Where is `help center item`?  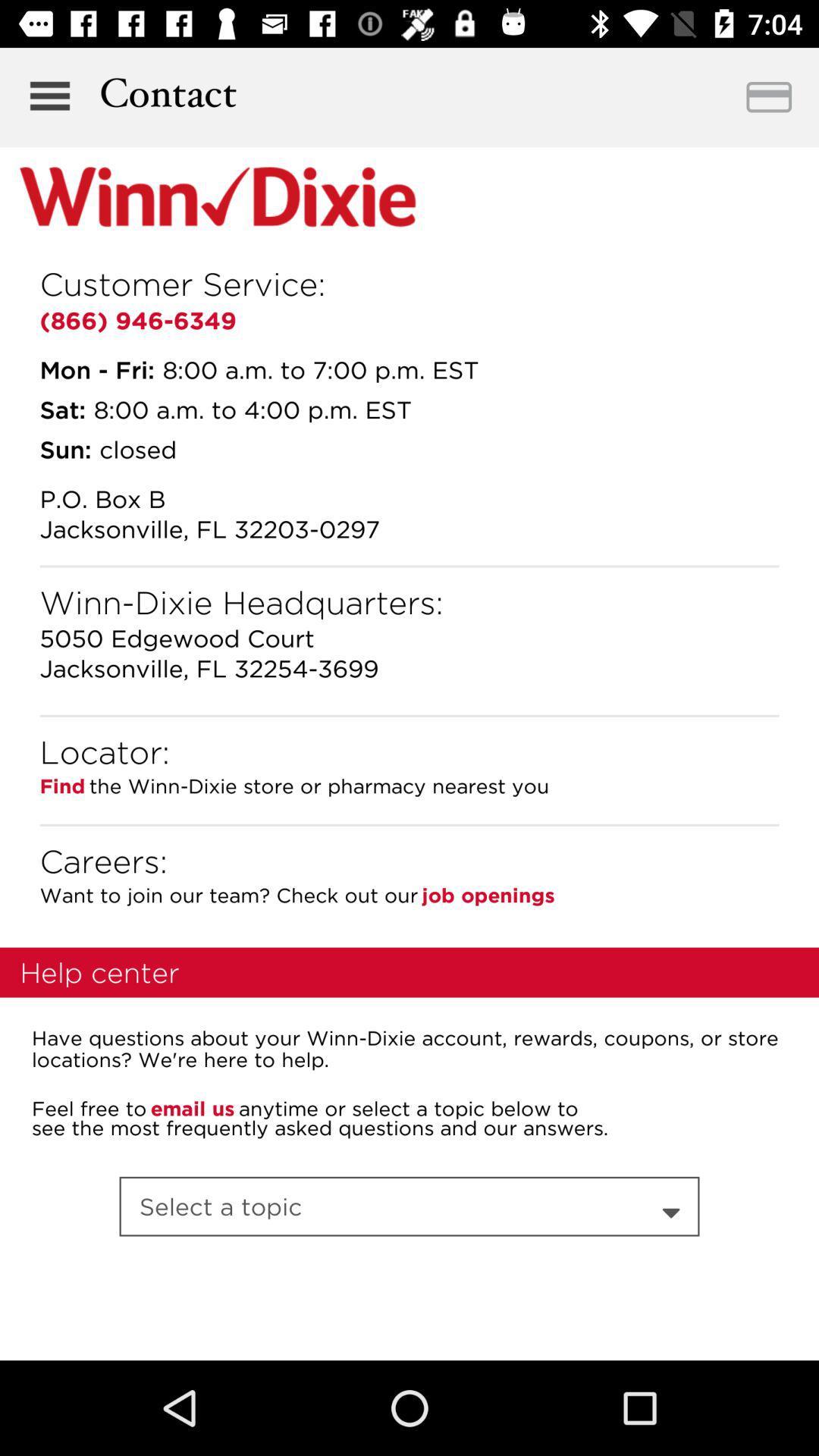
help center item is located at coordinates (99, 972).